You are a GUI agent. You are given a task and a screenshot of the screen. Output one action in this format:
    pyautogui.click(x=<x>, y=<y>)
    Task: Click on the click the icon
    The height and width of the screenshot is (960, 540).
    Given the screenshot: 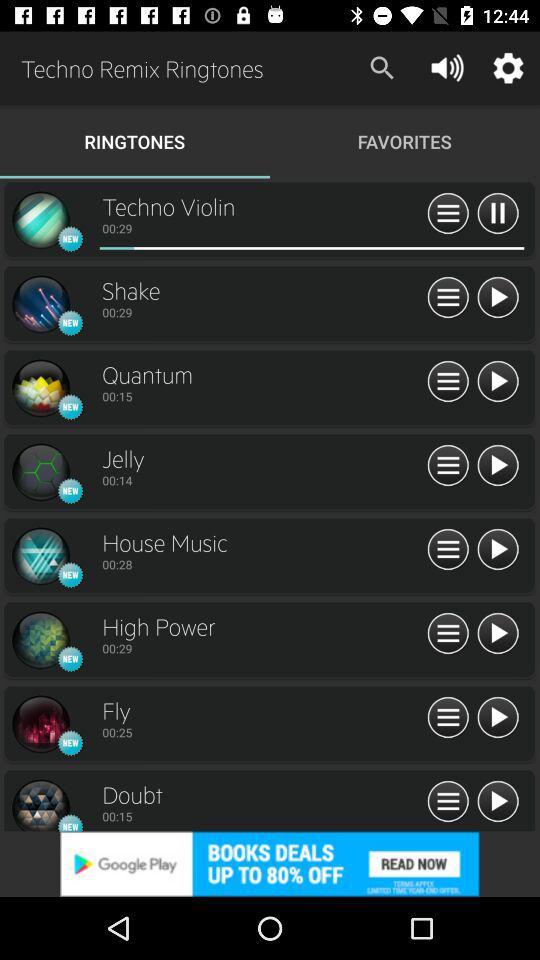 What is the action you would take?
    pyautogui.click(x=40, y=723)
    